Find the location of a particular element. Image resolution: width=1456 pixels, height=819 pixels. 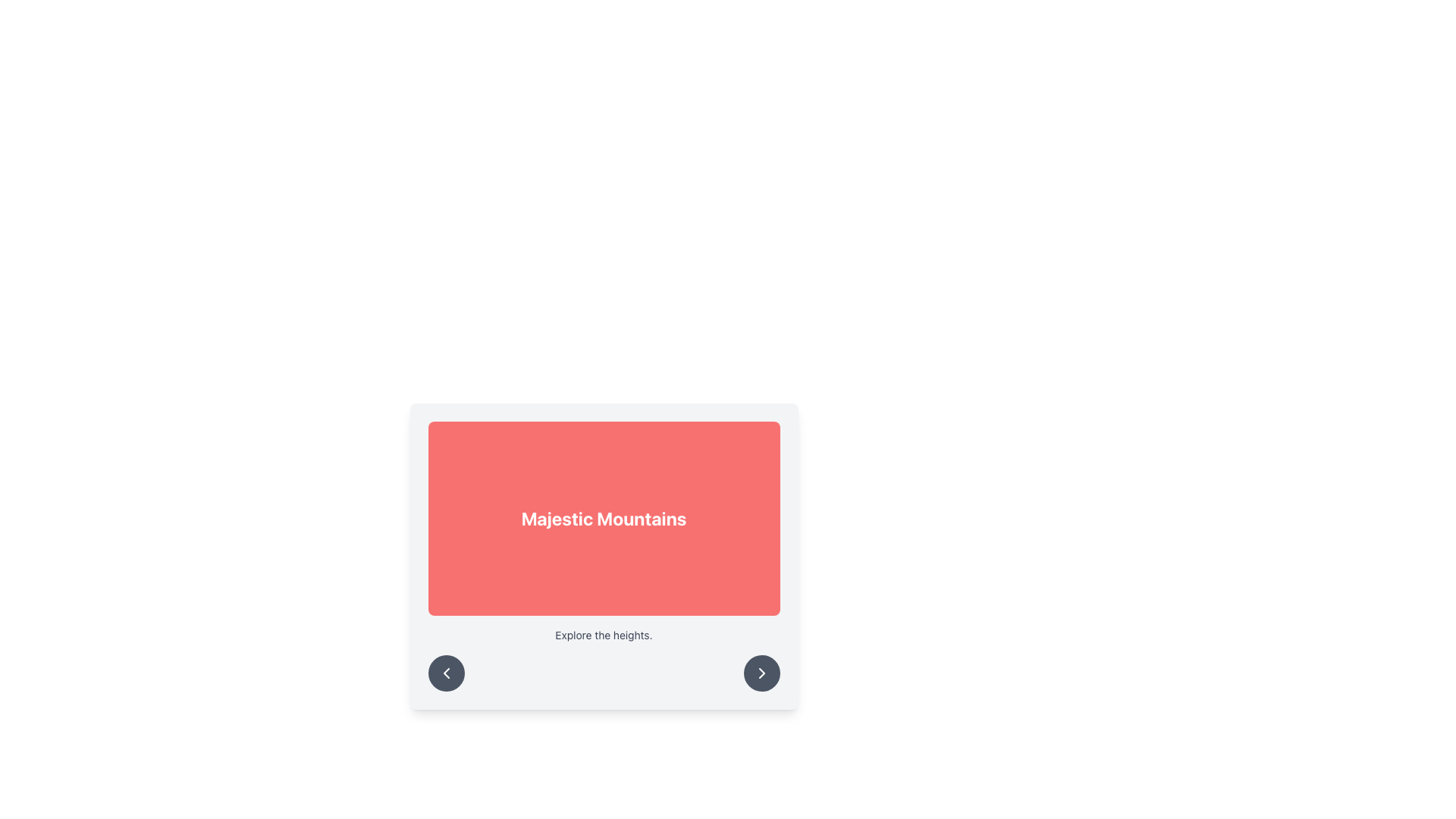

the rightward-pointing chevron icon located at the center of the circular button on the bottom right corner of the card UI is located at coordinates (761, 672).